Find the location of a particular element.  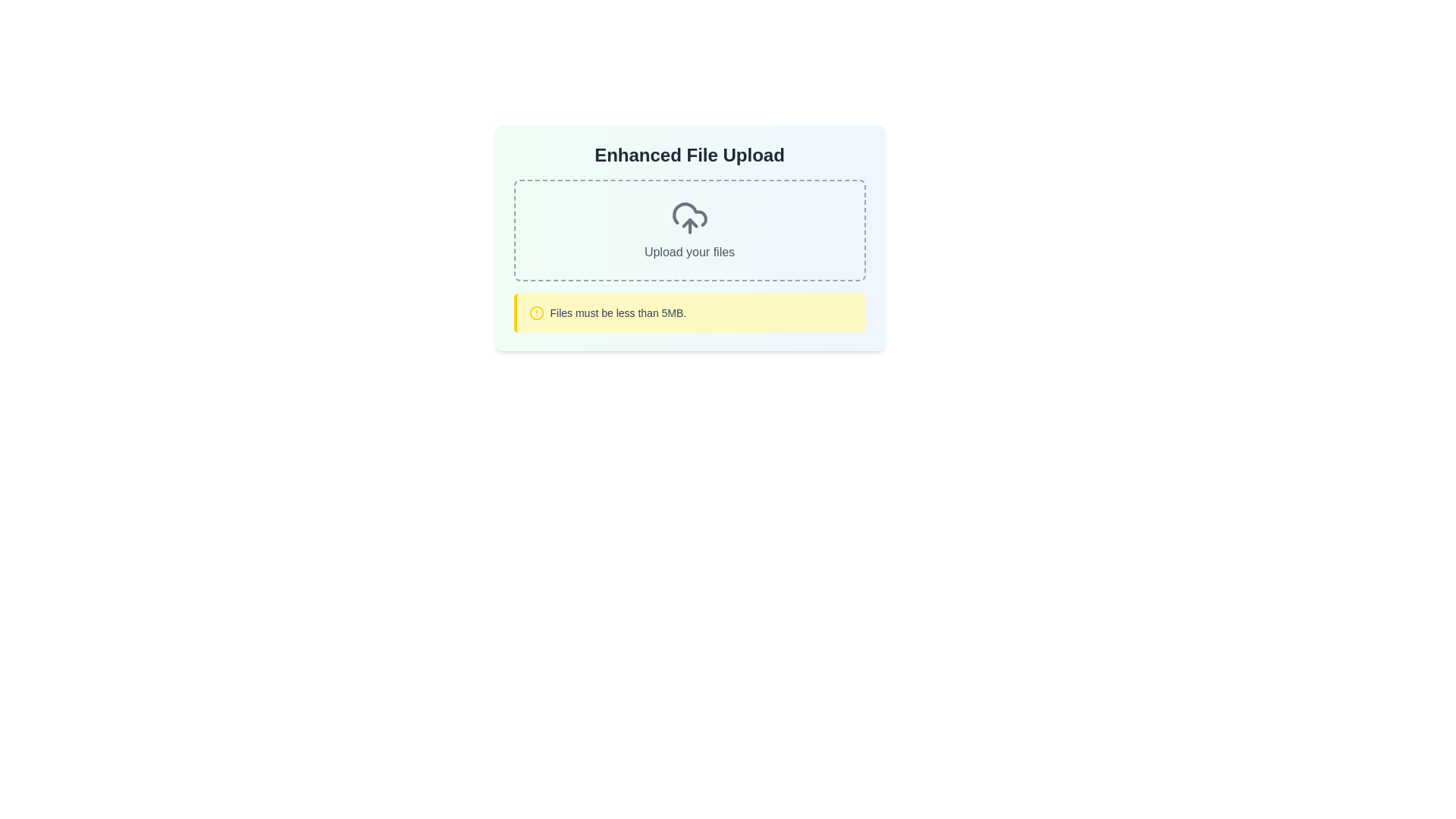

the text label that conveys the maximum allowed file size for uploading, located near the bottom of a yellow-highlighted box to the right of an alert icon in the 'Enhanced File Upload' interface card is located at coordinates (618, 312).